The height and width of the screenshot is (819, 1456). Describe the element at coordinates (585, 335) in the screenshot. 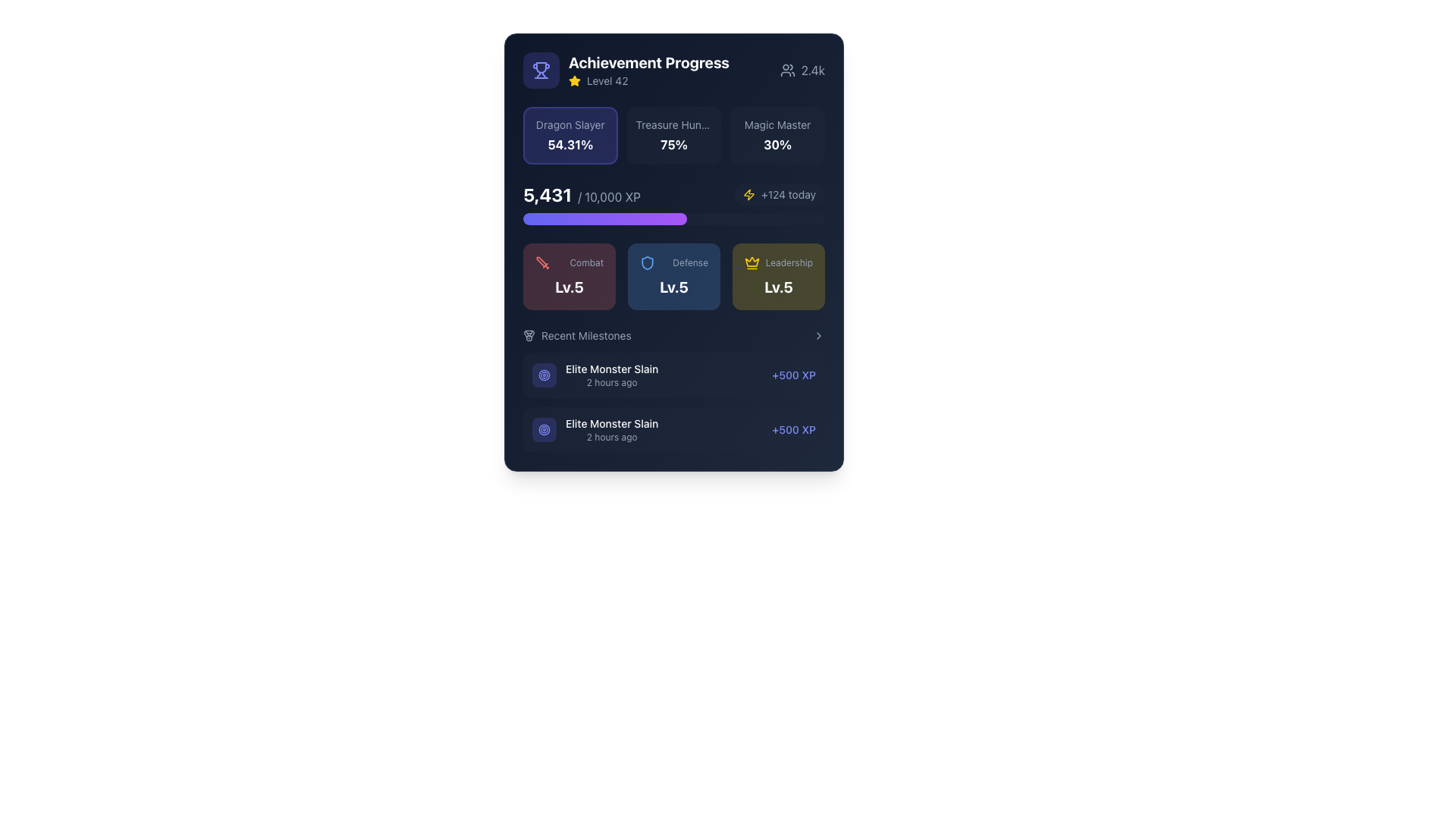

I see `the Text label that serves as a title for the 'Recent Milestones' section, located to the right of the medal icon in the middle-lower part of the interface card` at that location.